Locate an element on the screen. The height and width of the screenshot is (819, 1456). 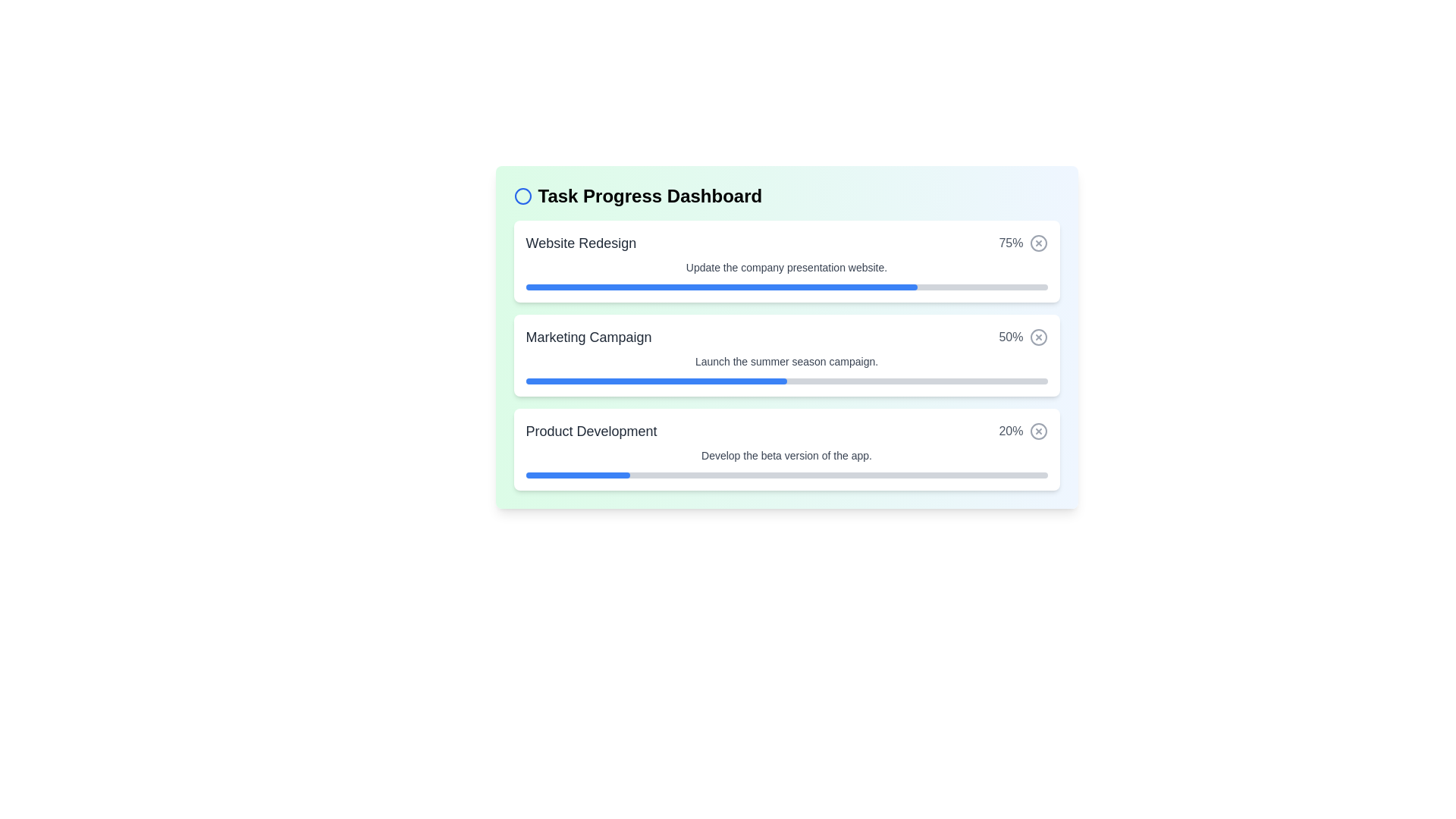
the Task progress card that displays the progress status of the 'Product Development' task, which is the third card in a vertical list of similar cards is located at coordinates (786, 449).